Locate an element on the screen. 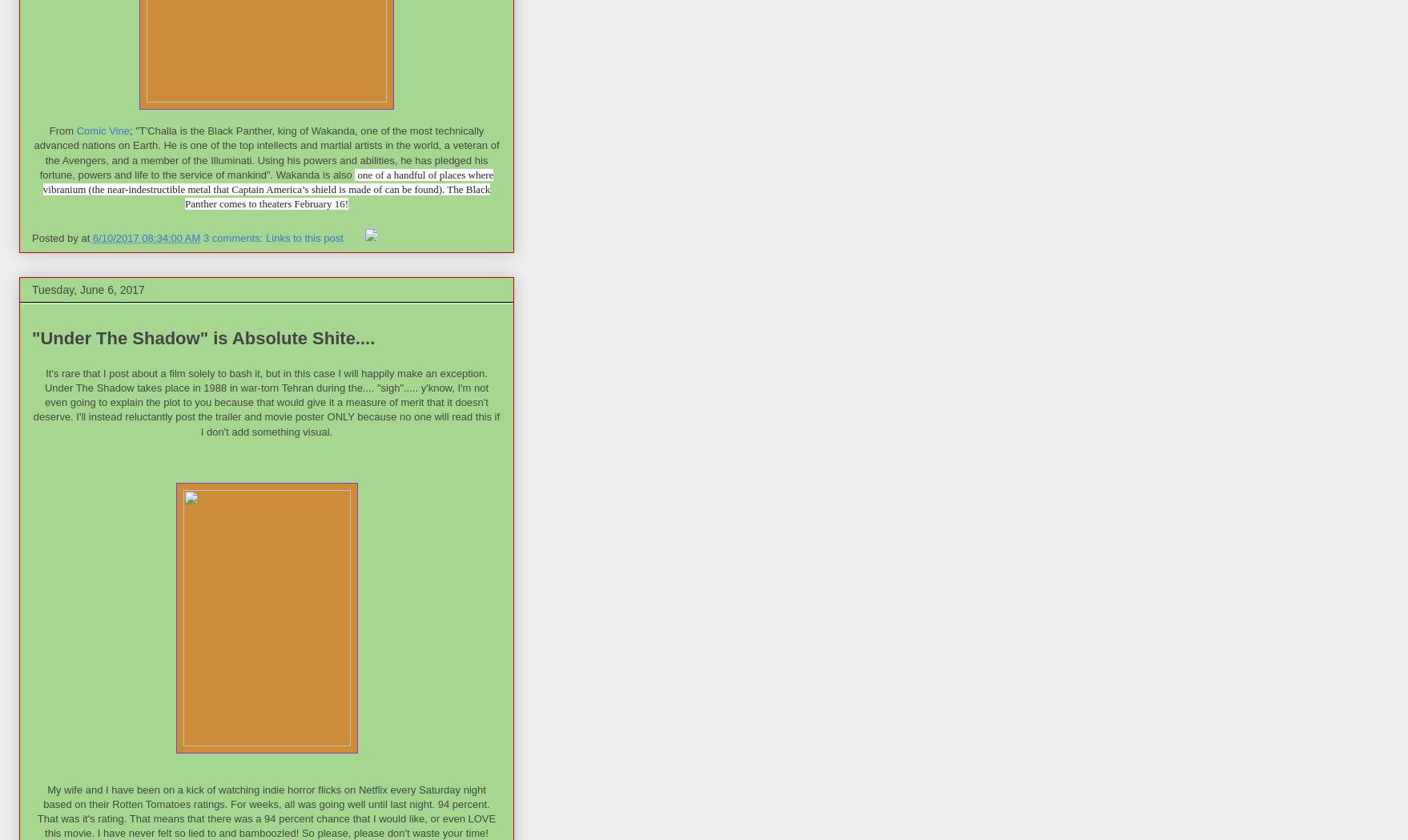 This screenshot has width=1408, height=840. 'Tuesday, June 6, 2017' is located at coordinates (88, 287).